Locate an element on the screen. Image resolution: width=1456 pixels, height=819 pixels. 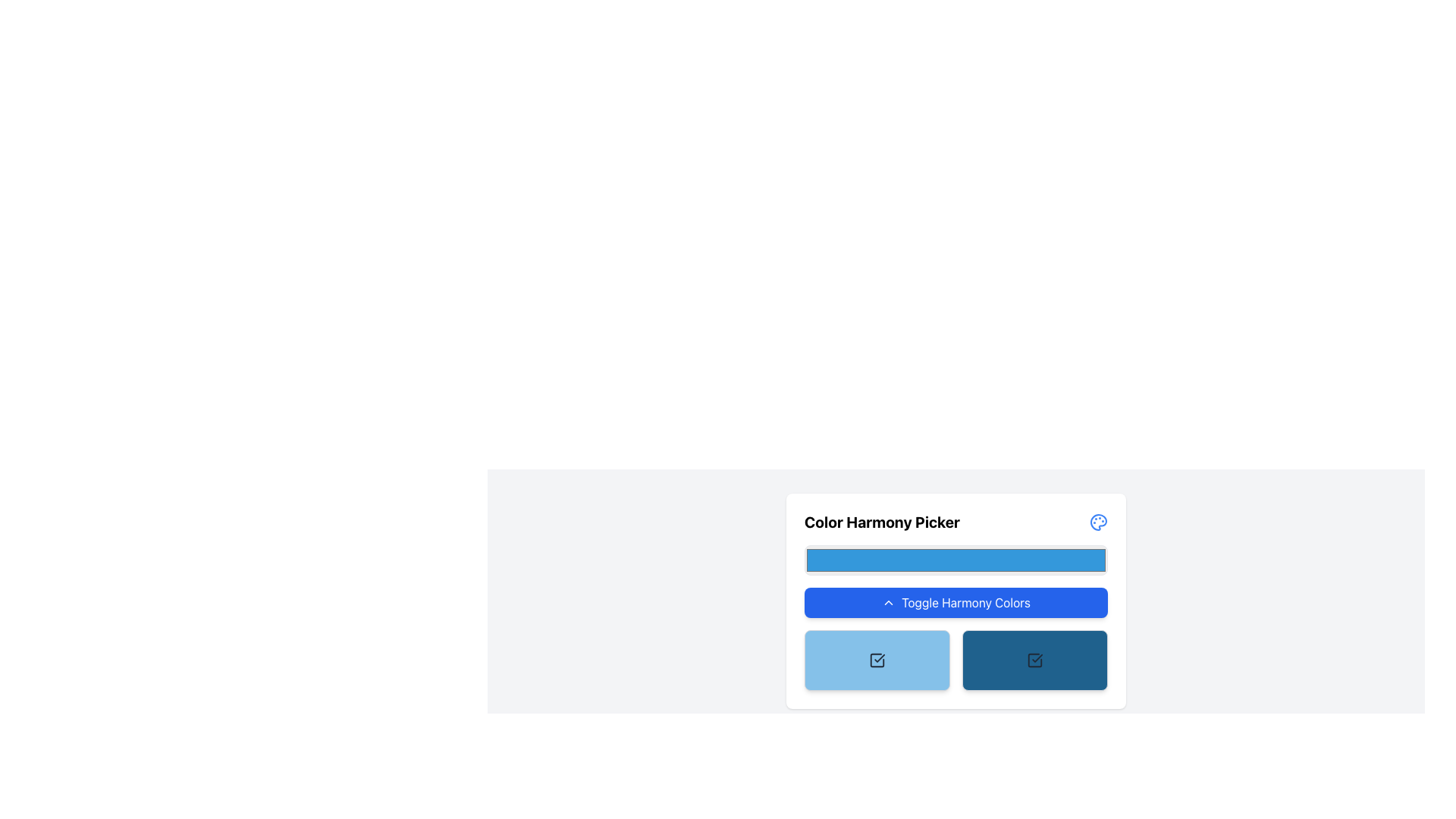
the 'Color Harmony Picker' text label, which is displayed in bold, large black font at the top left of a card-like structure is located at coordinates (882, 522).